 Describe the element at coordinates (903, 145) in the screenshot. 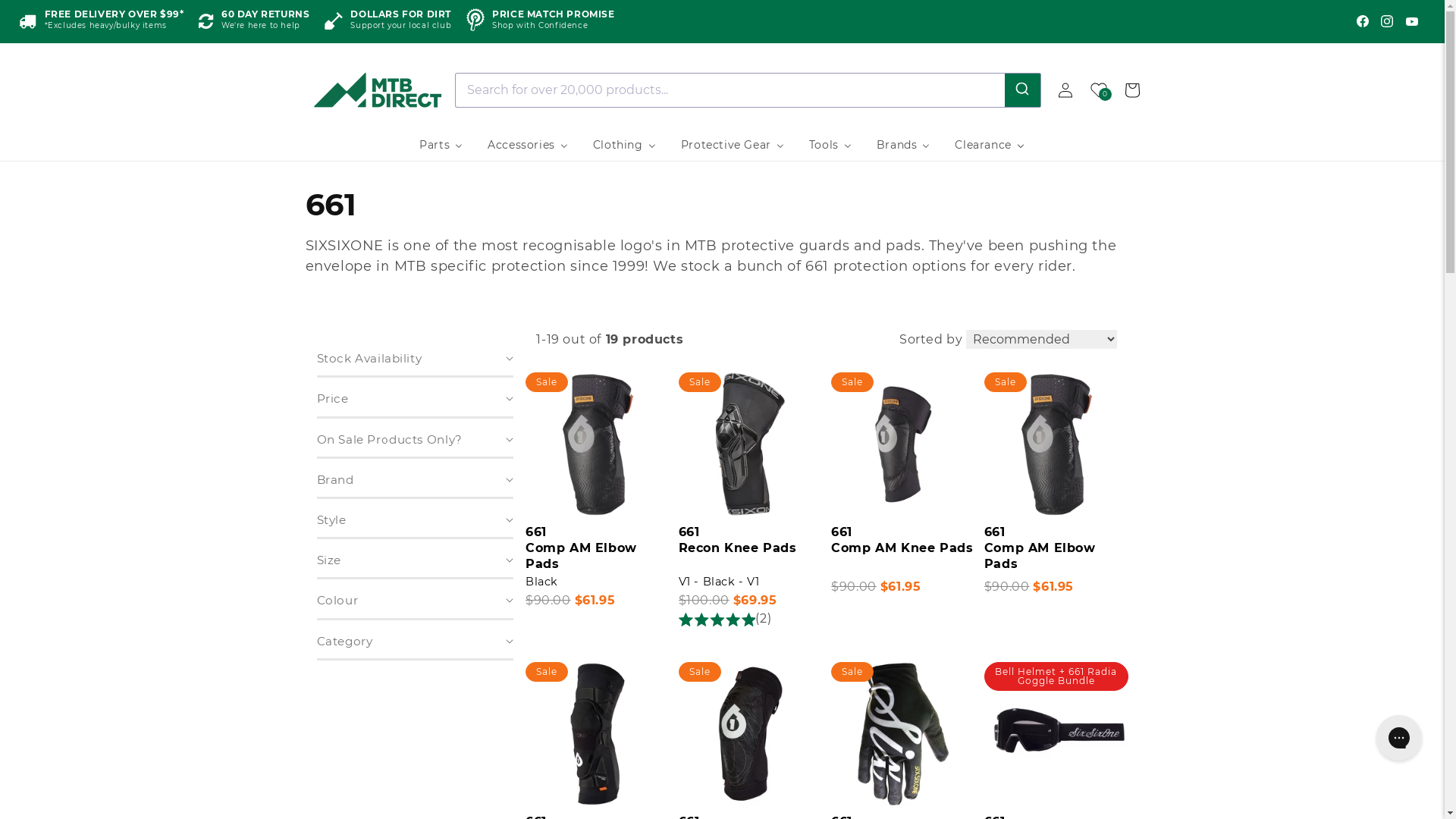

I see `'Brands'` at that location.